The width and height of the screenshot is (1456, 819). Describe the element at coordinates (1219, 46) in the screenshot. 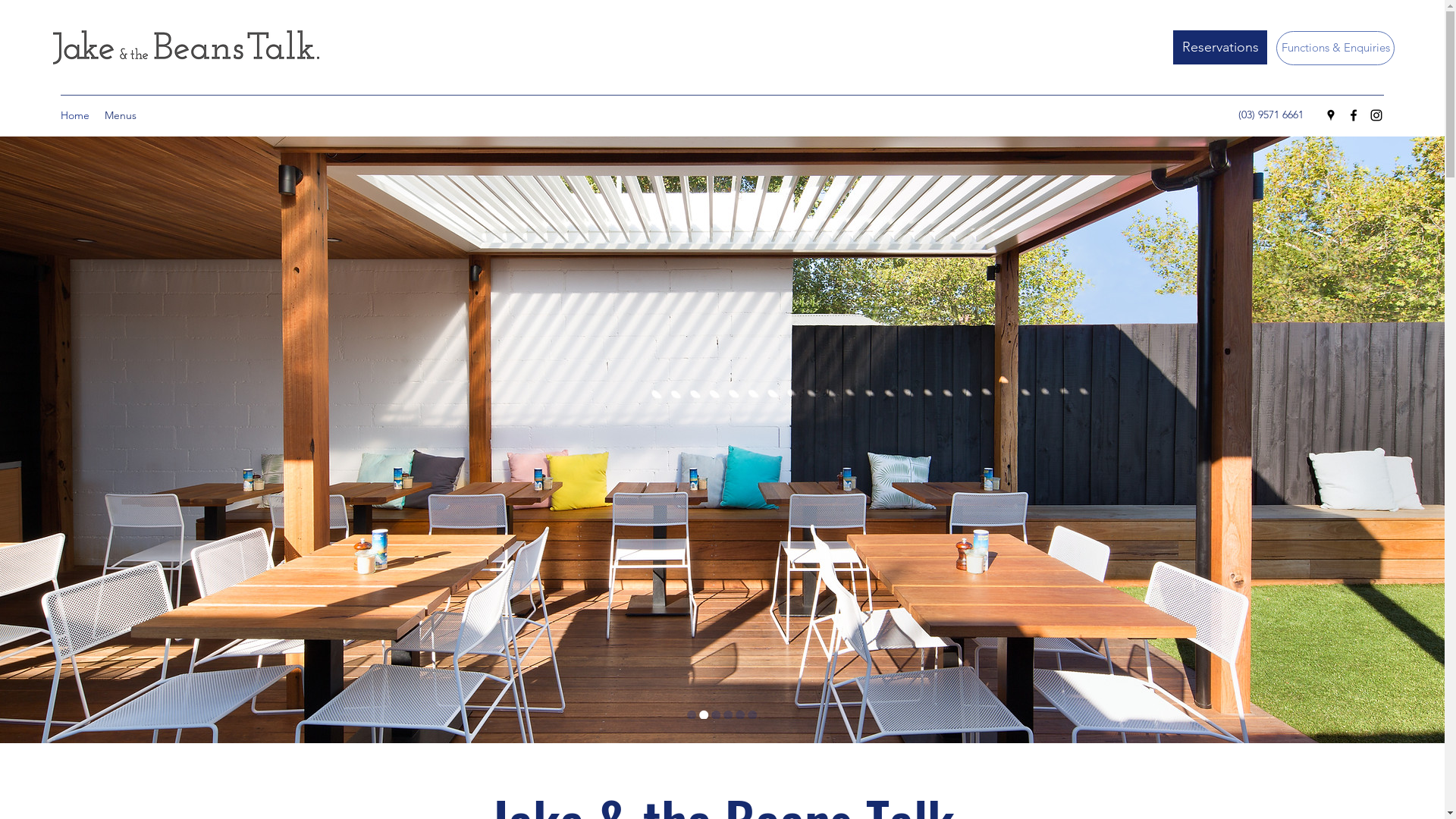

I see `'Reservations'` at that location.